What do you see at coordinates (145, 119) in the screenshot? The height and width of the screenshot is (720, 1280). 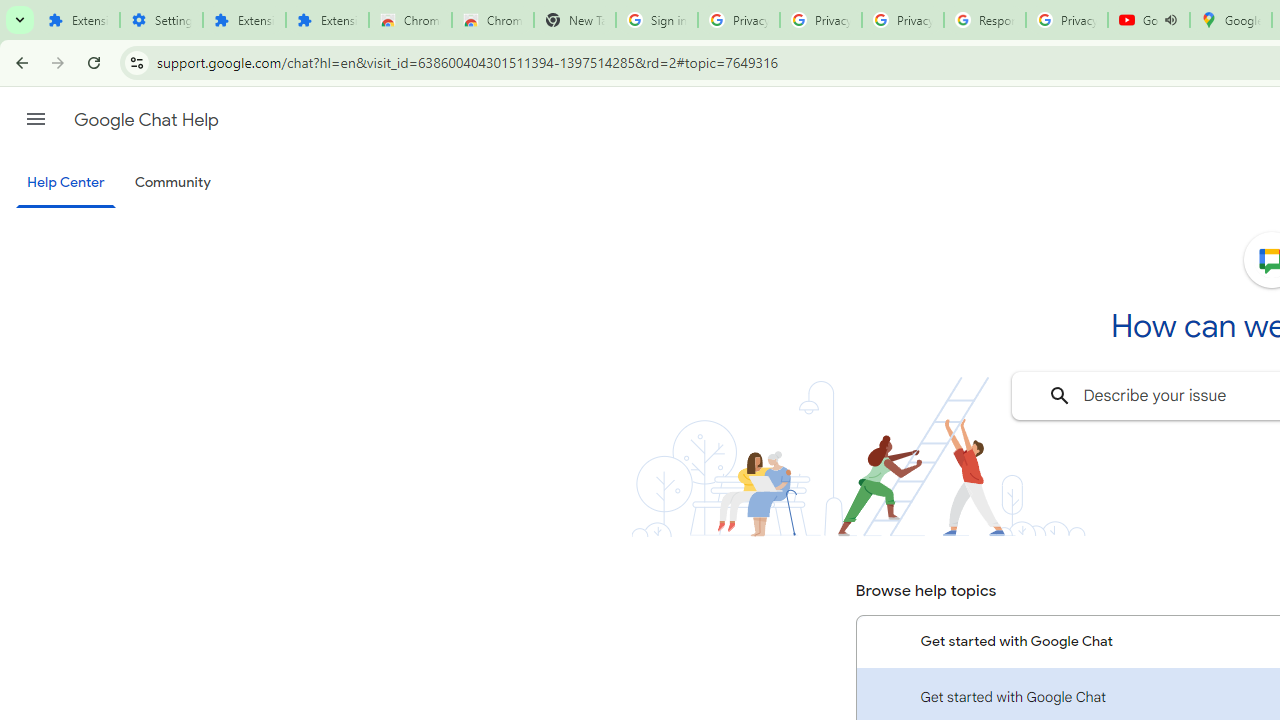 I see `'Google Chat Help'` at bounding box center [145, 119].